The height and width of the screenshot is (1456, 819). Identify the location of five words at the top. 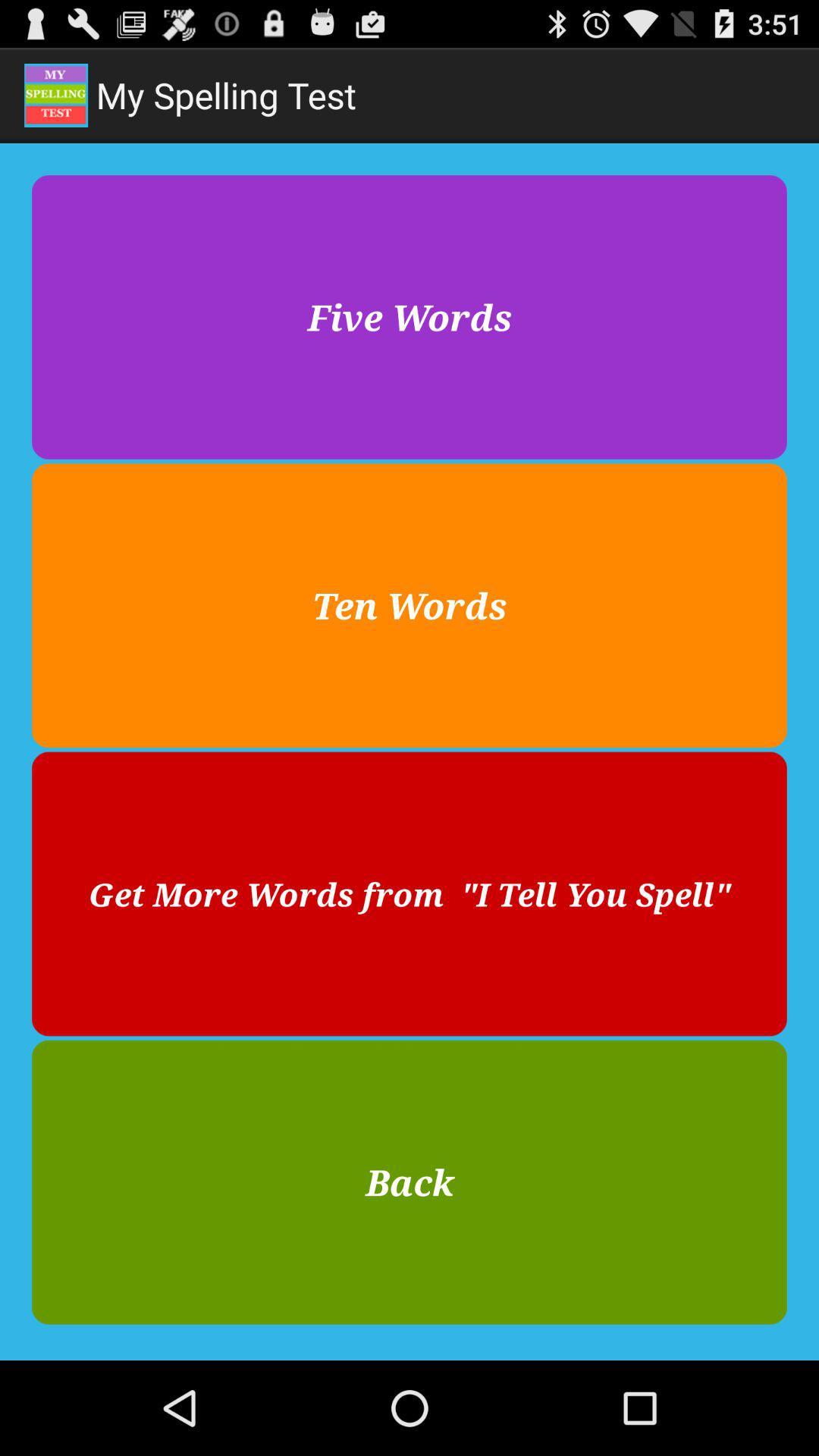
(409, 316).